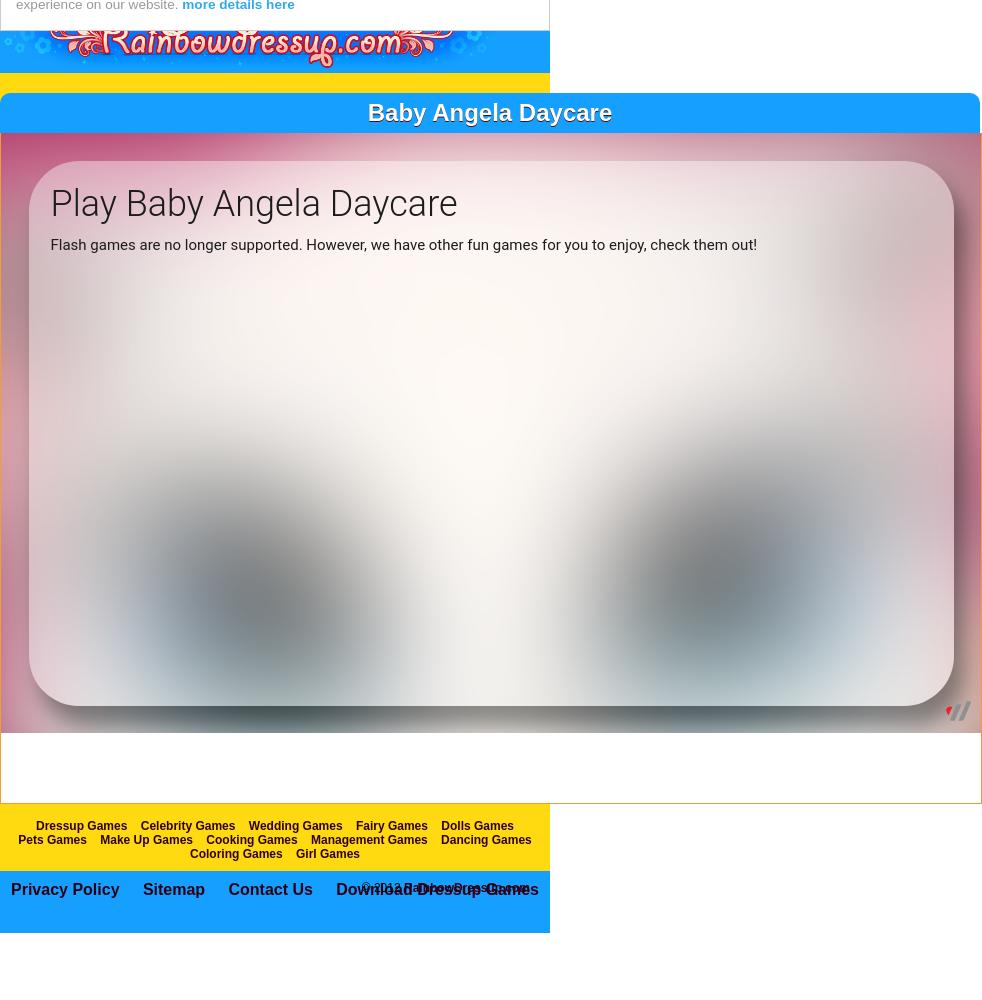 This screenshot has width=982, height=1000. I want to click on 'Cooking Games', so click(251, 881).